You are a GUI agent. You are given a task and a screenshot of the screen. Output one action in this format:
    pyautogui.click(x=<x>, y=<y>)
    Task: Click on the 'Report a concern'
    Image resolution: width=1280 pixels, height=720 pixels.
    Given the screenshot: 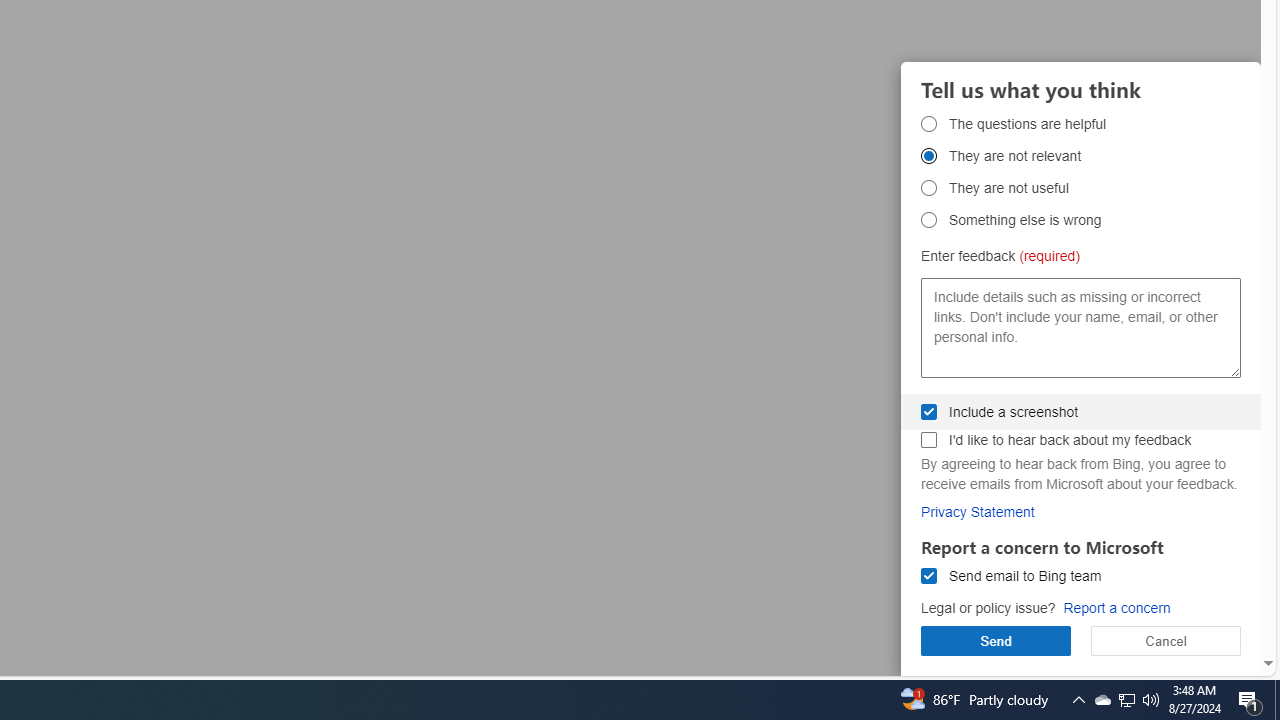 What is the action you would take?
    pyautogui.click(x=1115, y=607)
    